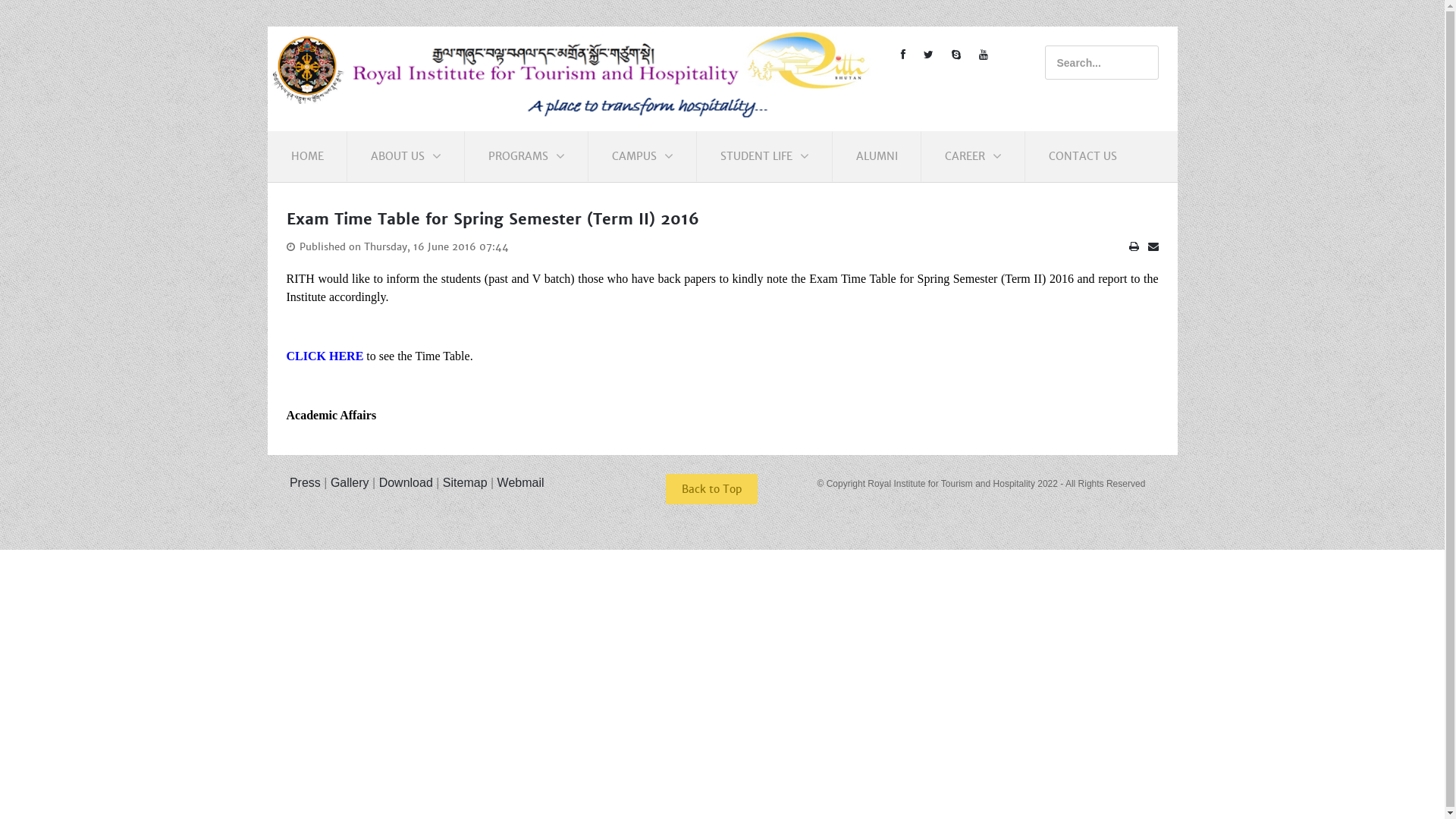 Image resolution: width=1456 pixels, height=819 pixels. Describe the element at coordinates (520, 482) in the screenshot. I see `'Webmail'` at that location.